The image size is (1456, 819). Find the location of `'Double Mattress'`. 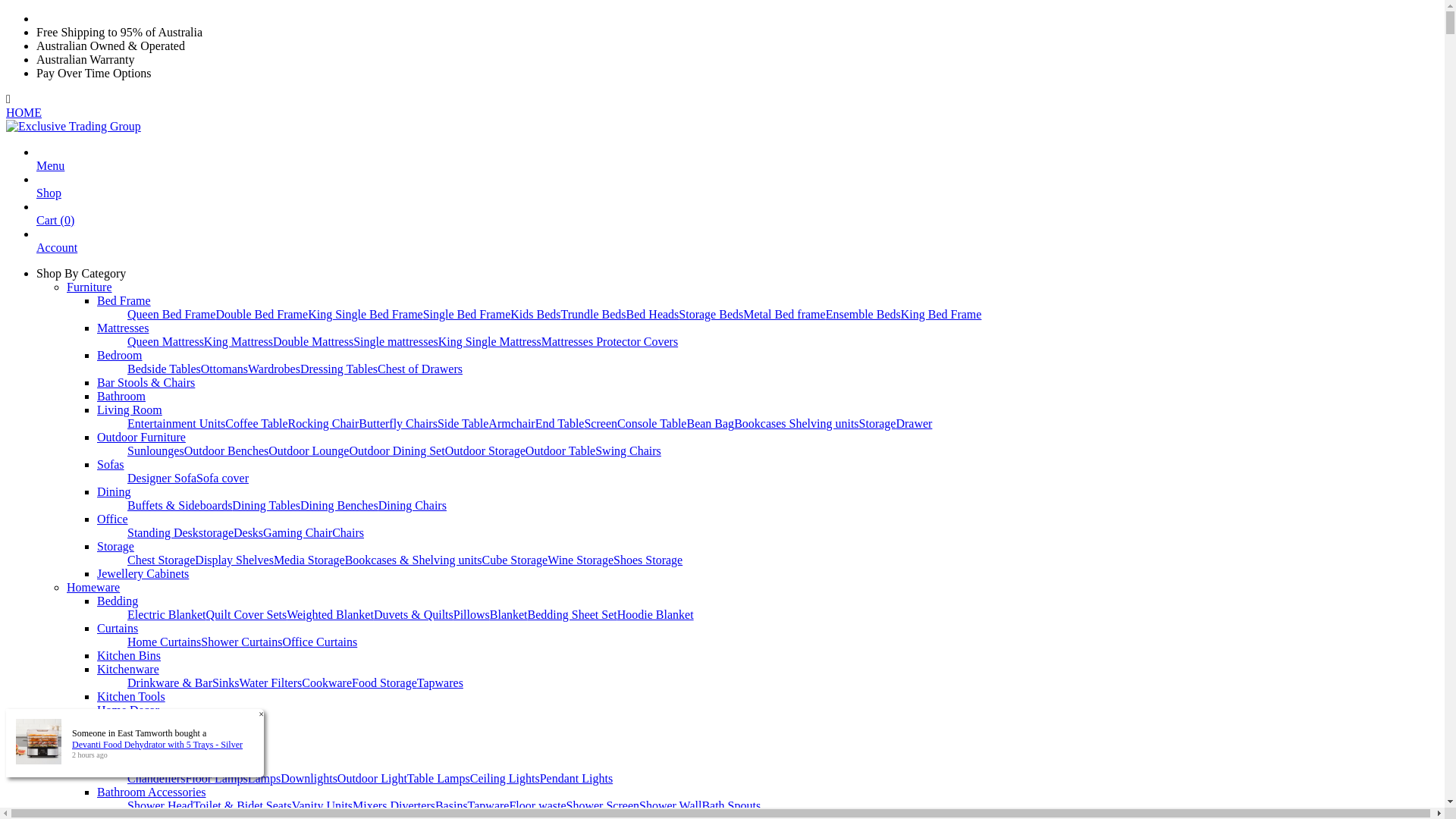

'Double Mattress' is located at coordinates (273, 341).